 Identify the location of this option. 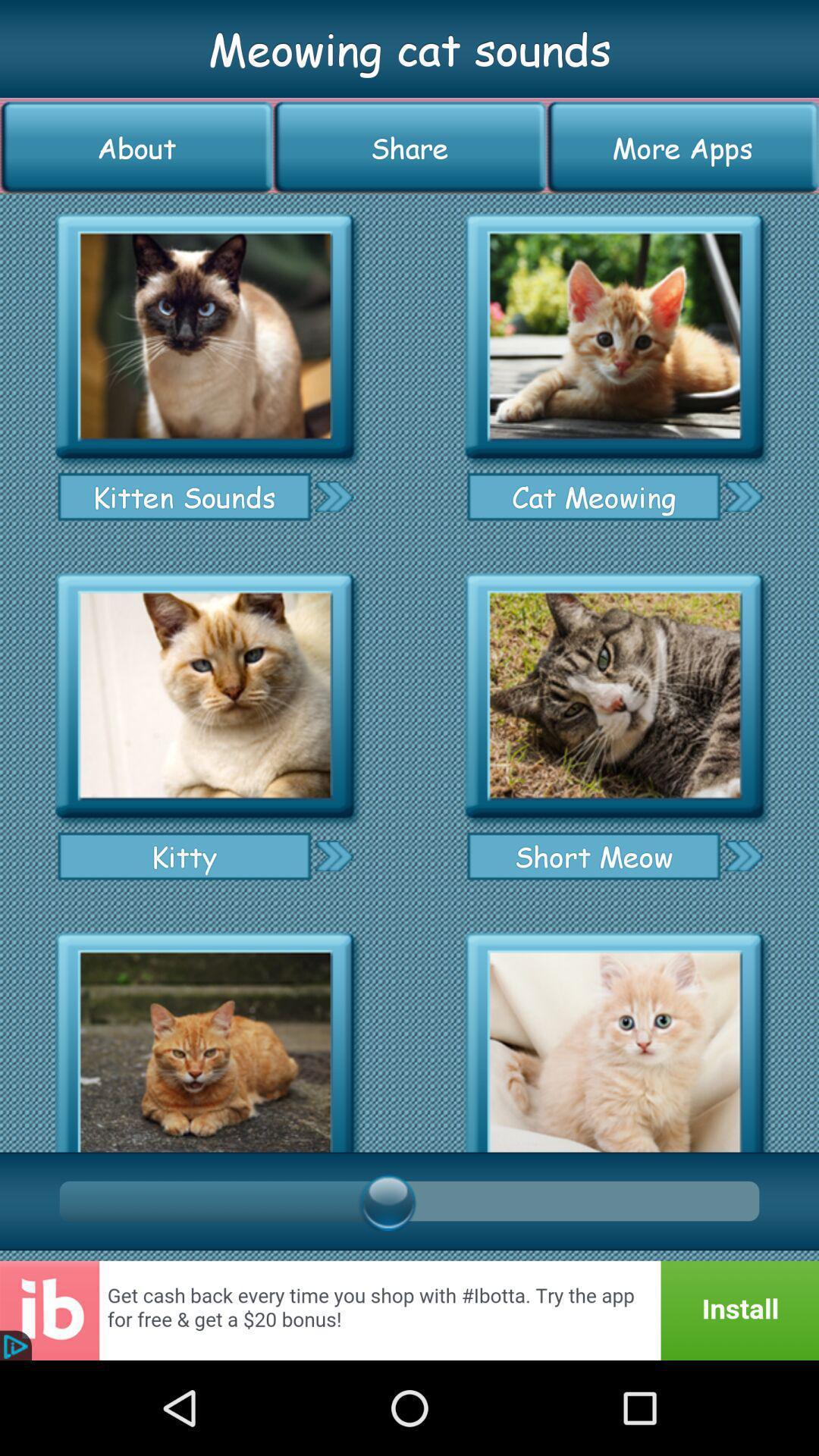
(205, 336).